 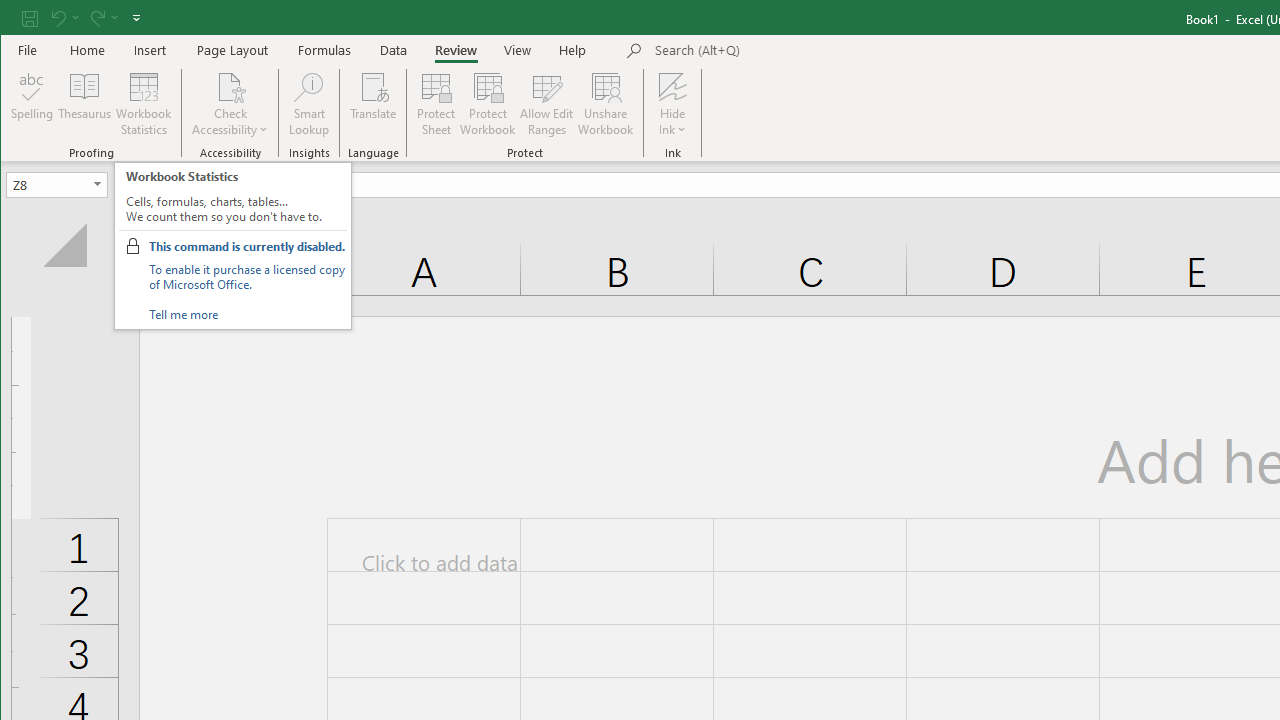 What do you see at coordinates (230, 85) in the screenshot?
I see `'Check Accessibility'` at bounding box center [230, 85].